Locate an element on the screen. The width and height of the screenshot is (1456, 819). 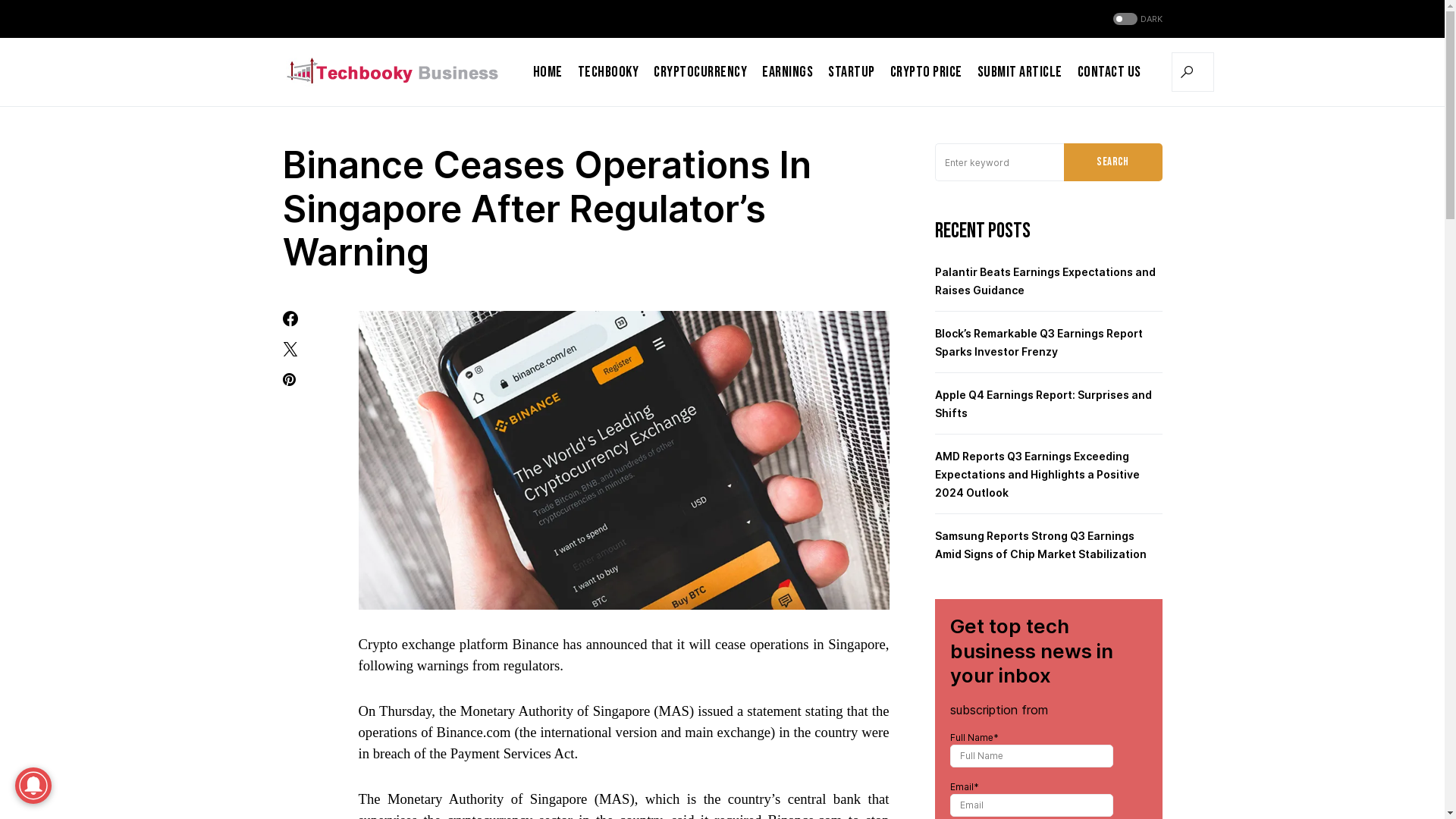
'Cryptocurrency' is located at coordinates (654, 72).